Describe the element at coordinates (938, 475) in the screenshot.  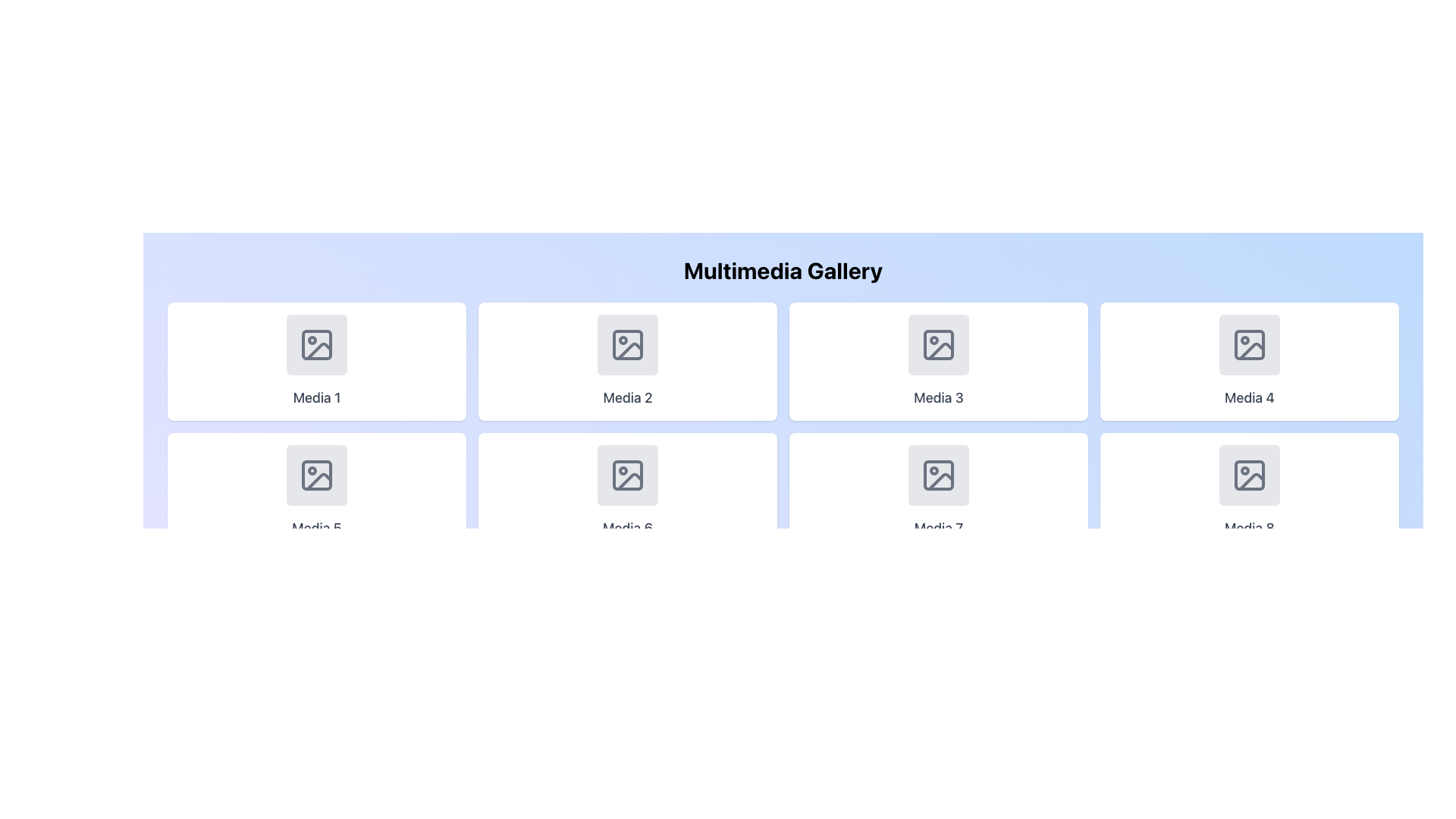
I see `the decorative placeholder icon for media content located under the label 'Media 7'` at that location.